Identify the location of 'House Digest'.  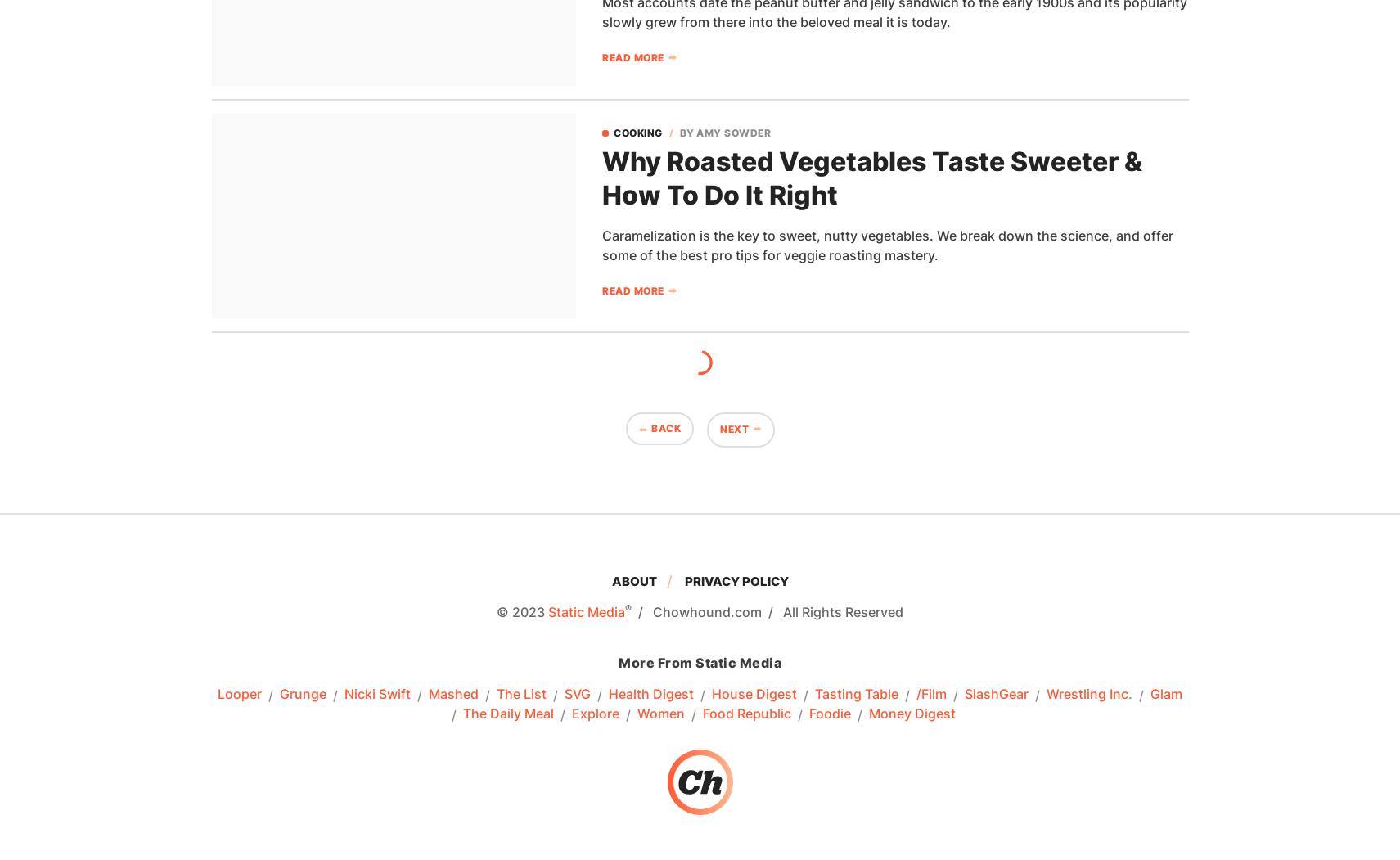
(754, 694).